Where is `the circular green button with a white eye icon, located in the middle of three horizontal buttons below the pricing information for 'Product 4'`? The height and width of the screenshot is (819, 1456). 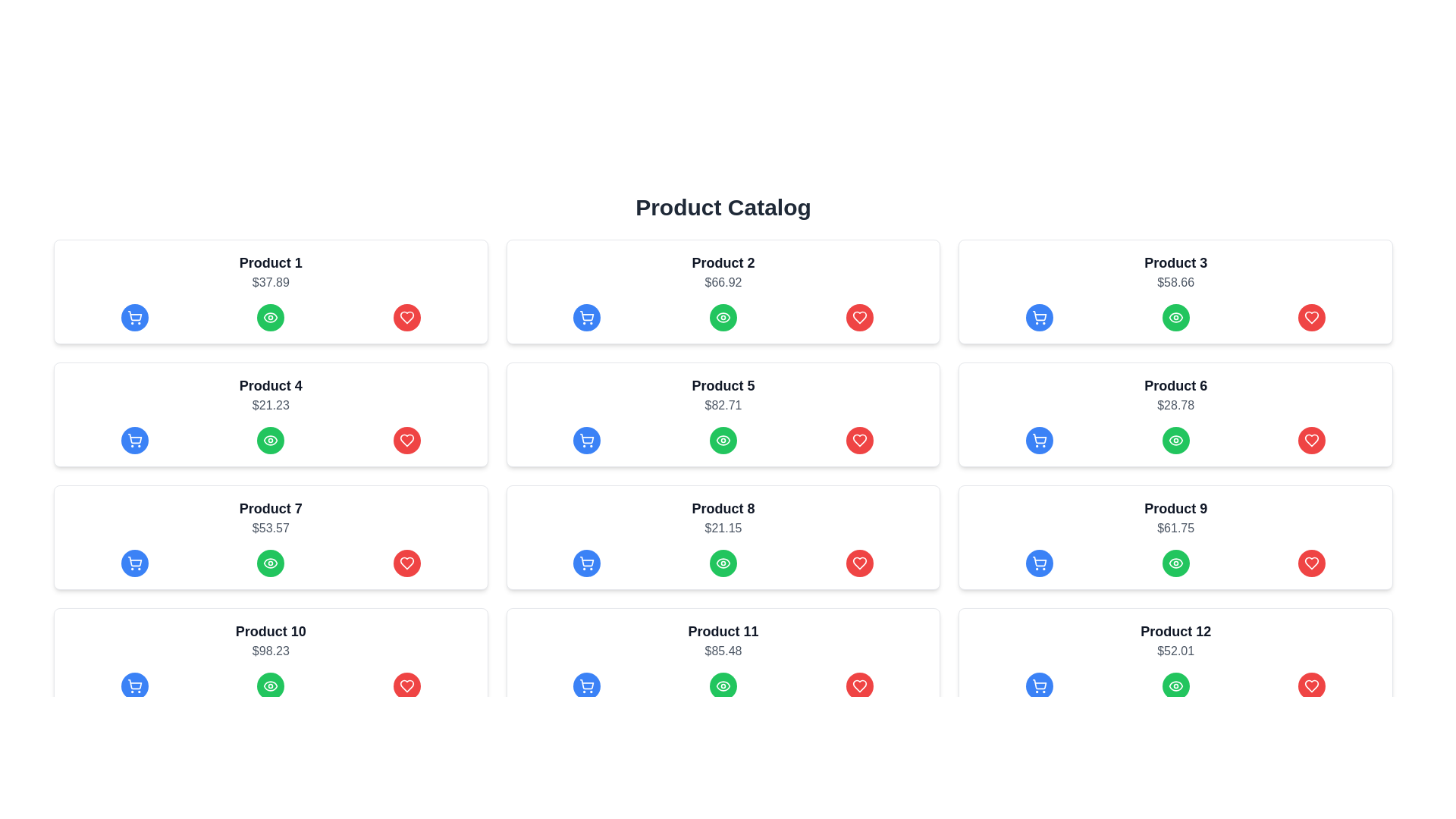
the circular green button with a white eye icon, located in the middle of three horizontal buttons below the pricing information for 'Product 4' is located at coordinates (271, 441).